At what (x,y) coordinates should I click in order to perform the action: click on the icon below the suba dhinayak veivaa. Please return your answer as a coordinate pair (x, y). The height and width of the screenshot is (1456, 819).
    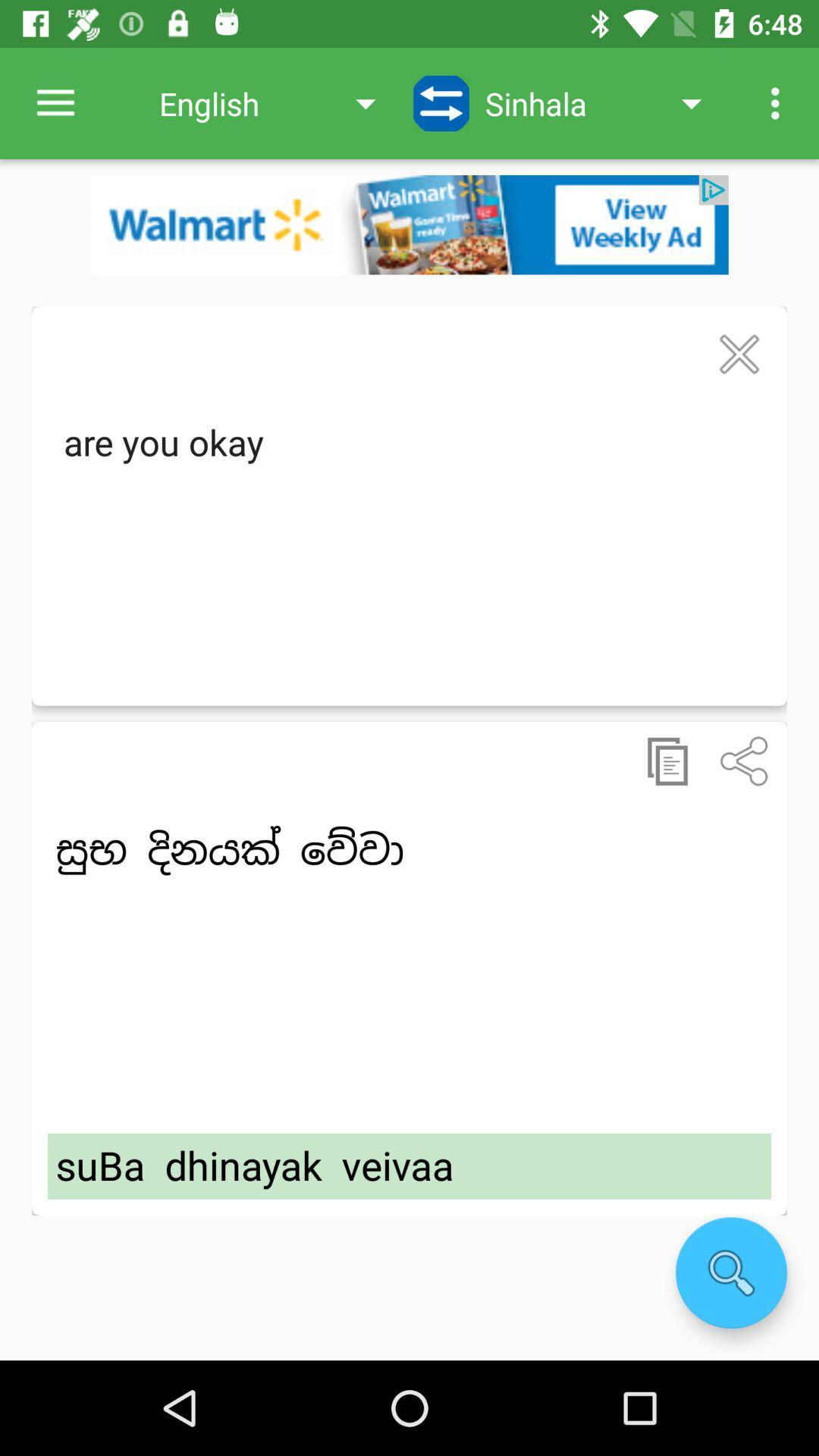
    Looking at the image, I should click on (730, 1272).